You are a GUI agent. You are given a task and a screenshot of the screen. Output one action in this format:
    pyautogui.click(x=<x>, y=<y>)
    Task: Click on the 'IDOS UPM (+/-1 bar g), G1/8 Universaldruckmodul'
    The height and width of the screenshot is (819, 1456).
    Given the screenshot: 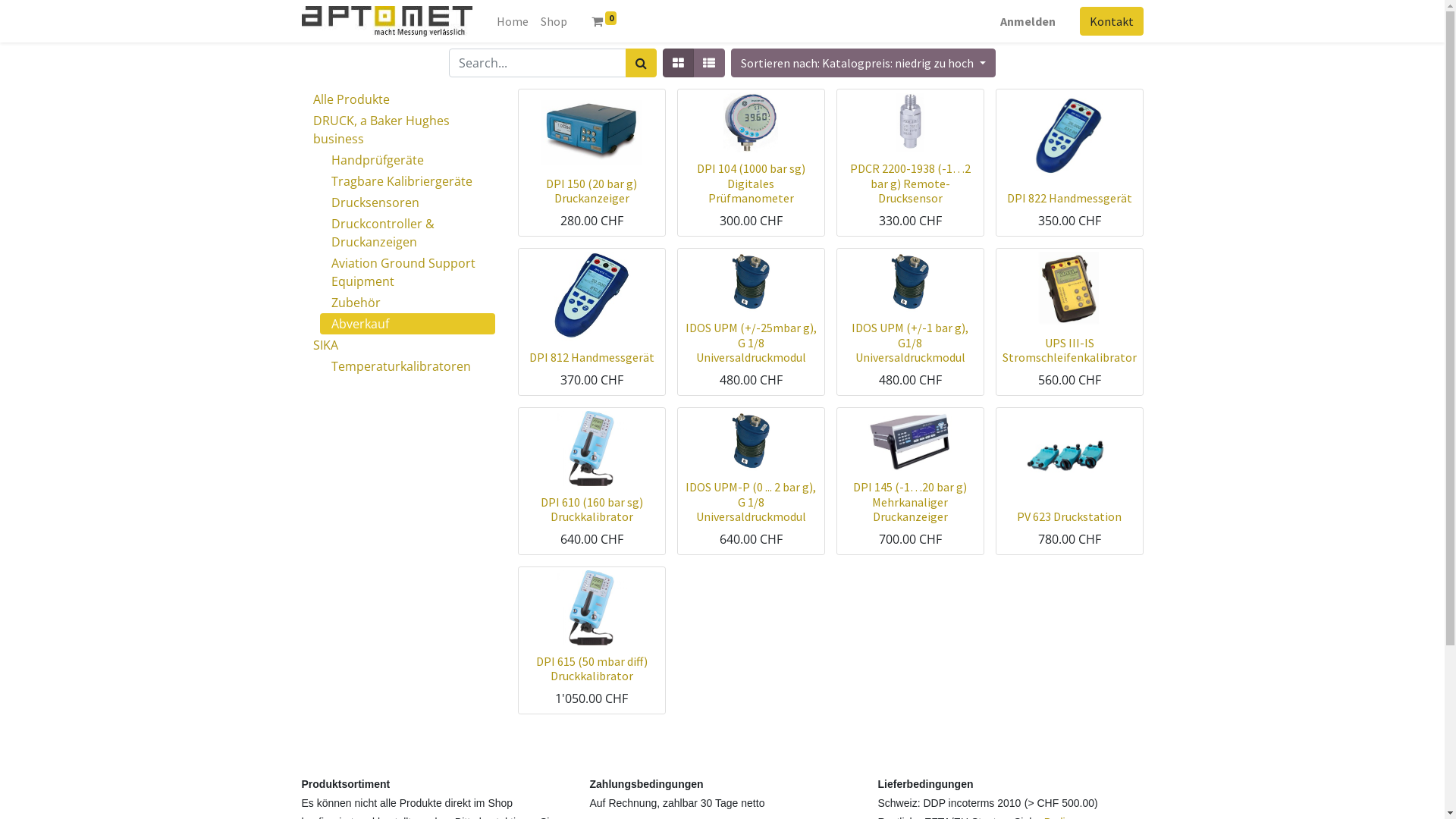 What is the action you would take?
    pyautogui.click(x=910, y=342)
    